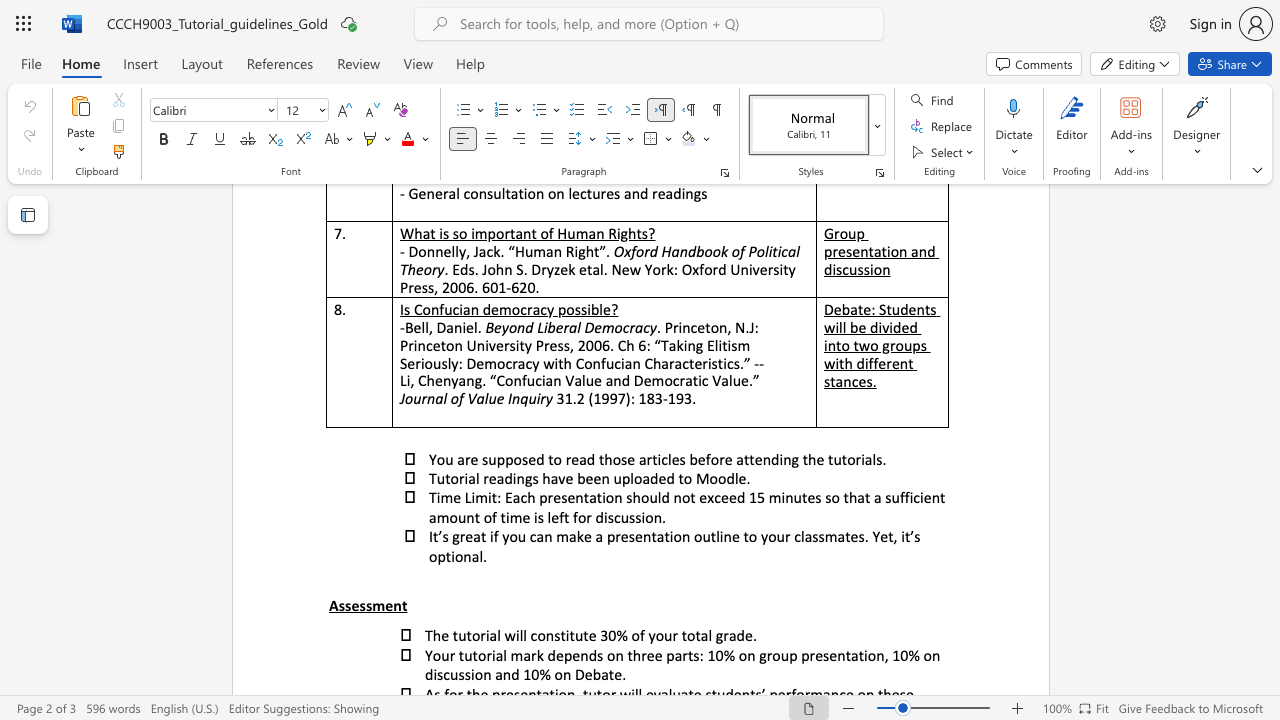 The height and width of the screenshot is (720, 1280). What do you see at coordinates (463, 459) in the screenshot?
I see `the subset text "re suppose" within the text "You are supposed to read those articles before attending the tutorials."` at bounding box center [463, 459].